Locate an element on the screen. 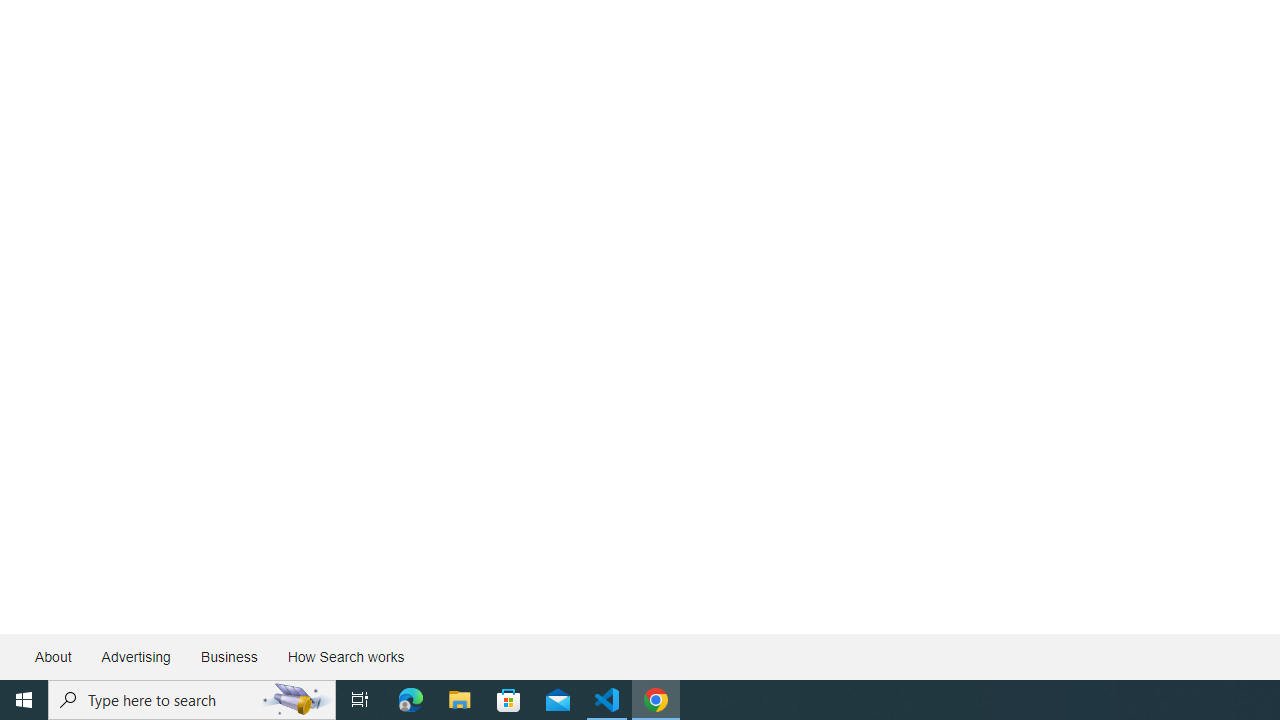 This screenshot has width=1280, height=720. 'How Search works' is located at coordinates (345, 657).